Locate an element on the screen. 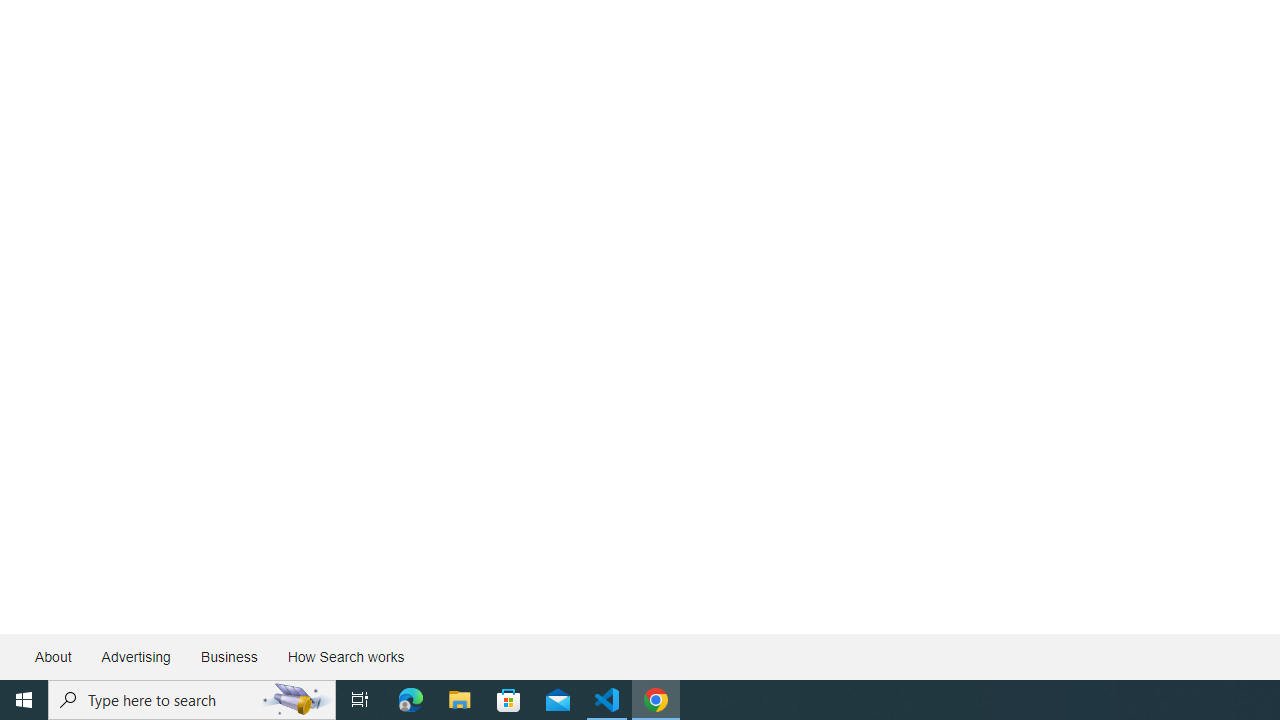 This screenshot has width=1280, height=720. 'How Search works' is located at coordinates (345, 657).